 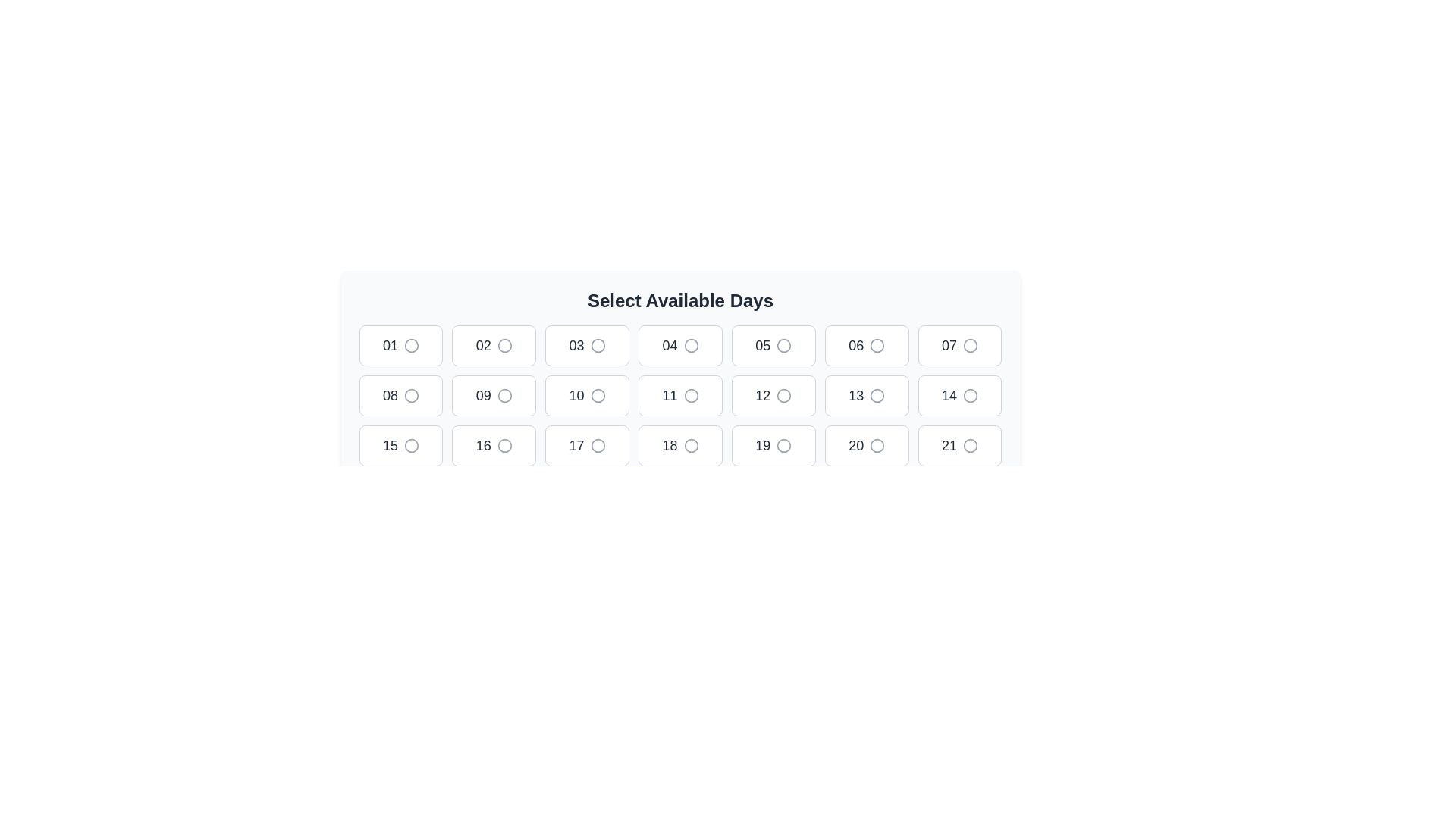 What do you see at coordinates (411, 394) in the screenshot?
I see `the radio button located immediately to the right of the number '08' in the grid layout below the 'Select Available Days' heading` at bounding box center [411, 394].